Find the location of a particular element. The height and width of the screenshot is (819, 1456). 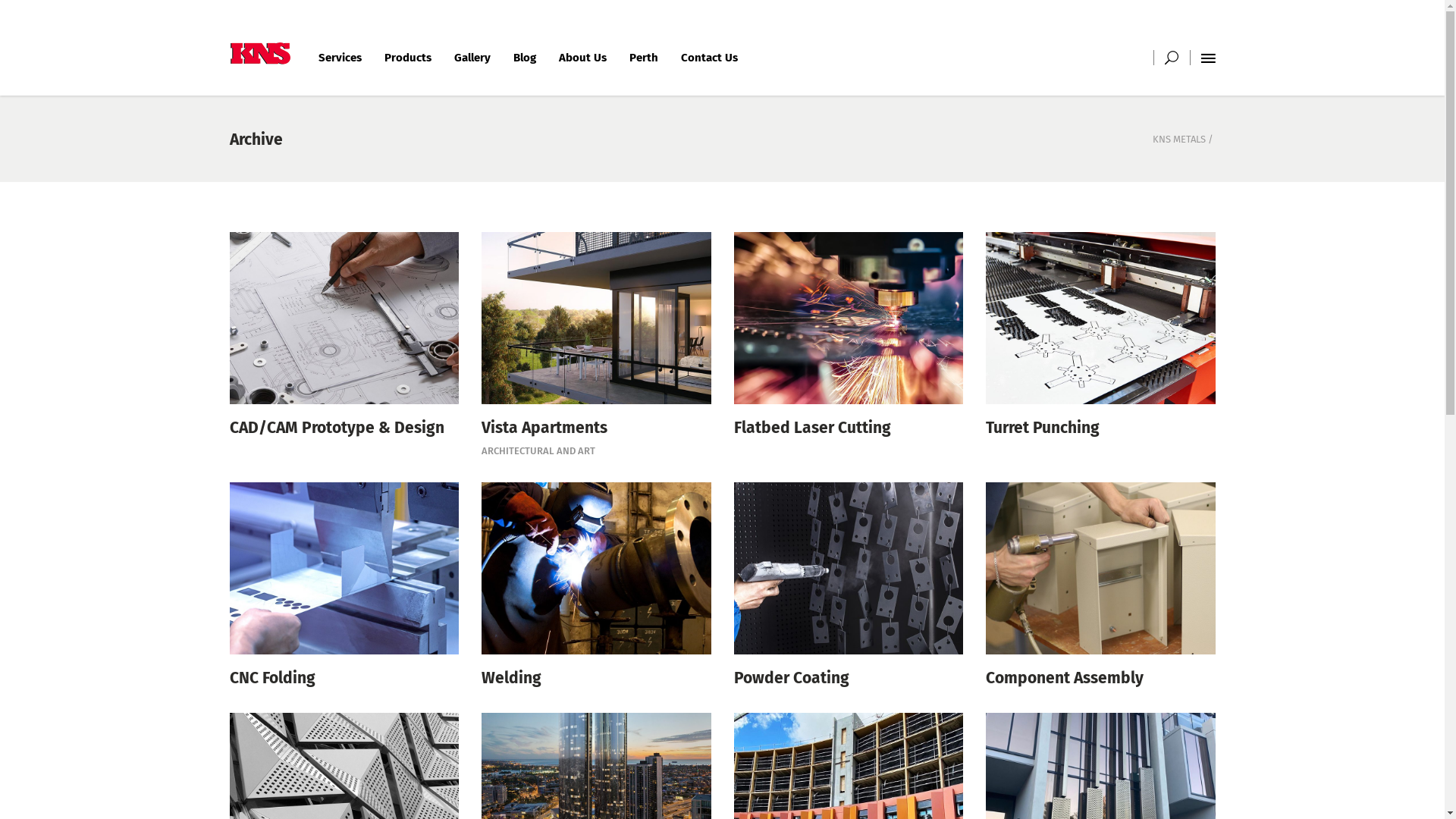

'Gallery' is located at coordinates (472, 57).